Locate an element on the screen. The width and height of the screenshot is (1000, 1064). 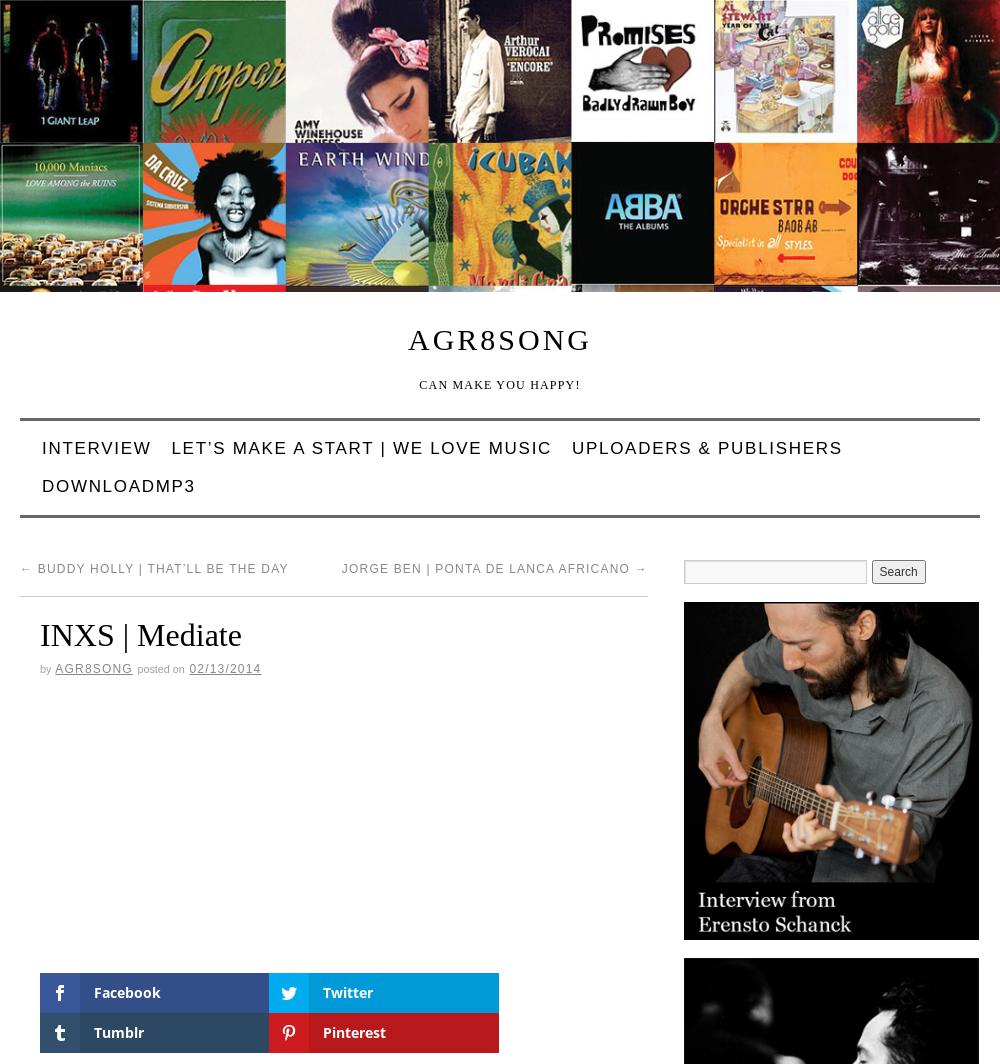
'Posted on' is located at coordinates (160, 667).